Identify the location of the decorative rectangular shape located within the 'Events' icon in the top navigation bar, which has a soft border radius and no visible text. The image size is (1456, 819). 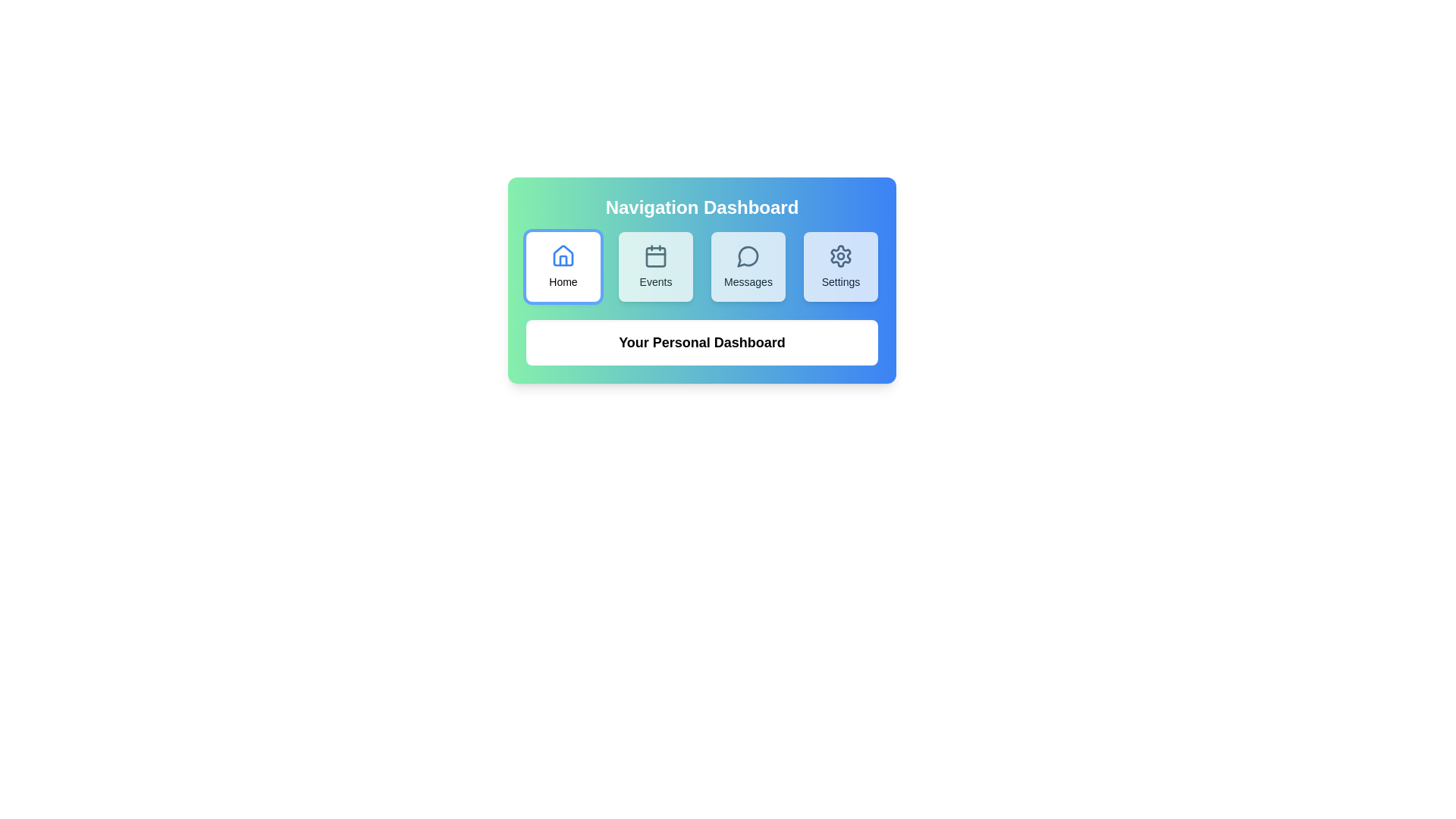
(655, 256).